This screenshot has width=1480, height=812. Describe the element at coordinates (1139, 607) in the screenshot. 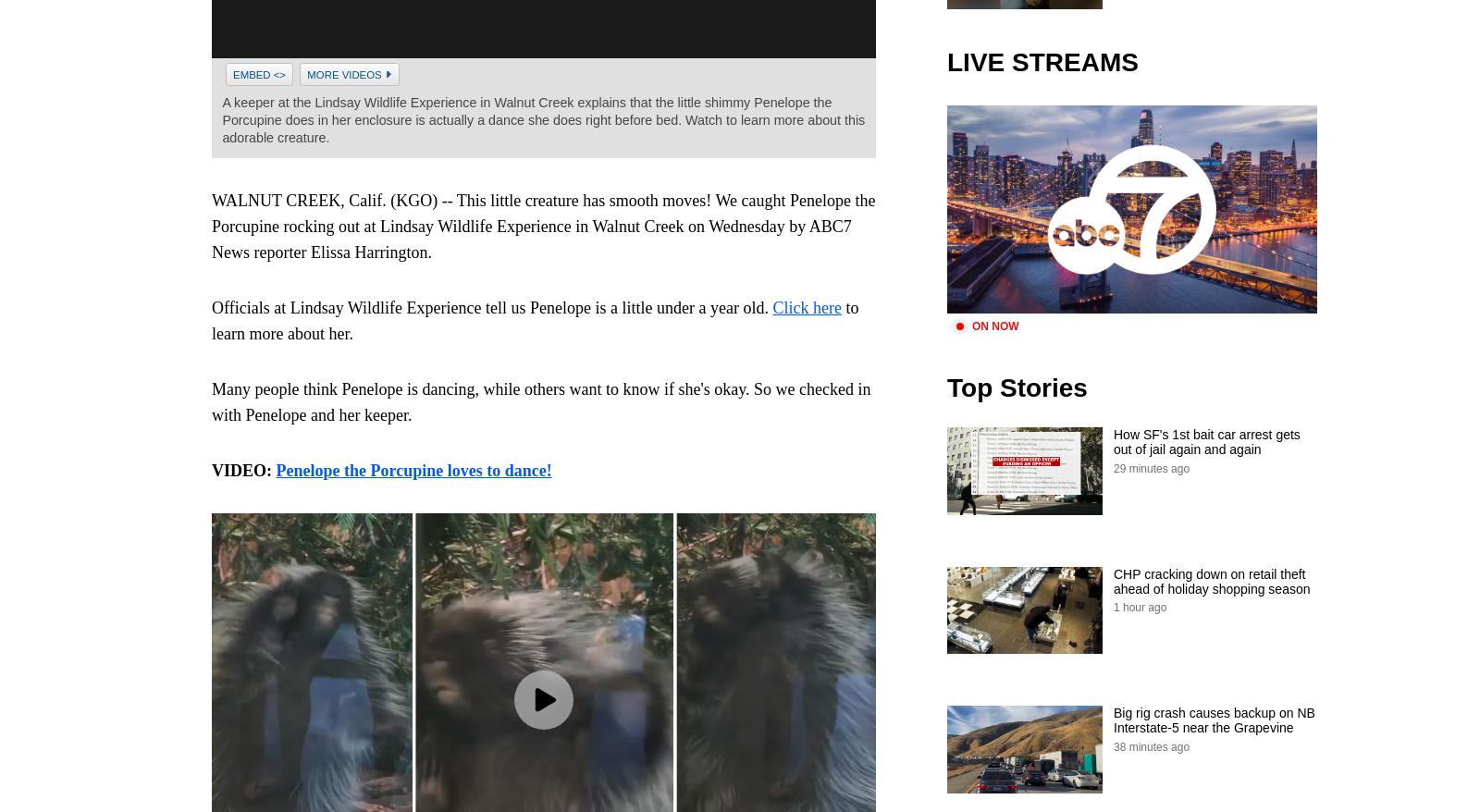

I see `'1 hour ago'` at that location.